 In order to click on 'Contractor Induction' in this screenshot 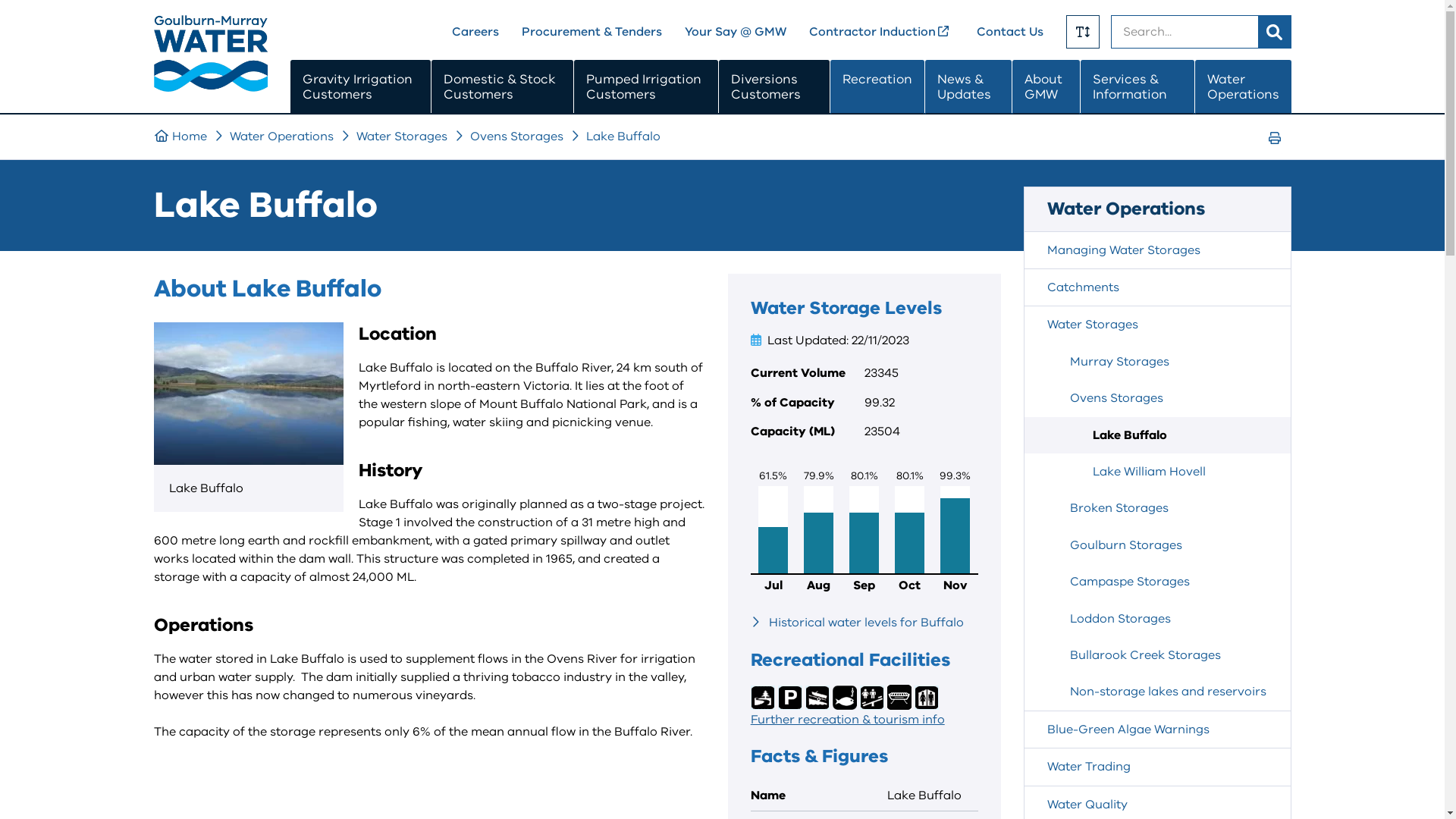, I will do `click(880, 32)`.